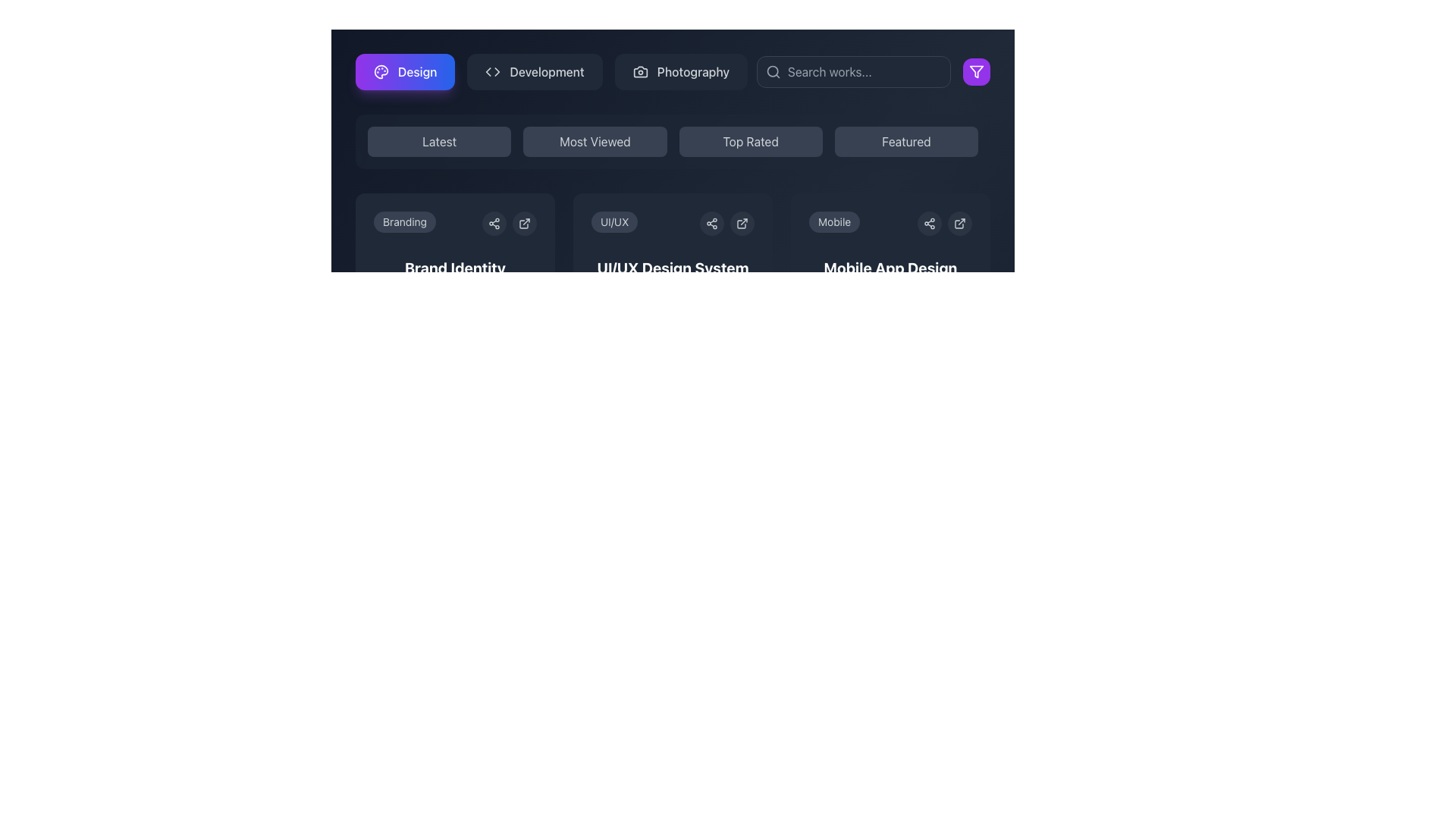 The image size is (1456, 819). Describe the element at coordinates (680, 72) in the screenshot. I see `the photography button, which is the third item in a horizontal list of buttons` at that location.